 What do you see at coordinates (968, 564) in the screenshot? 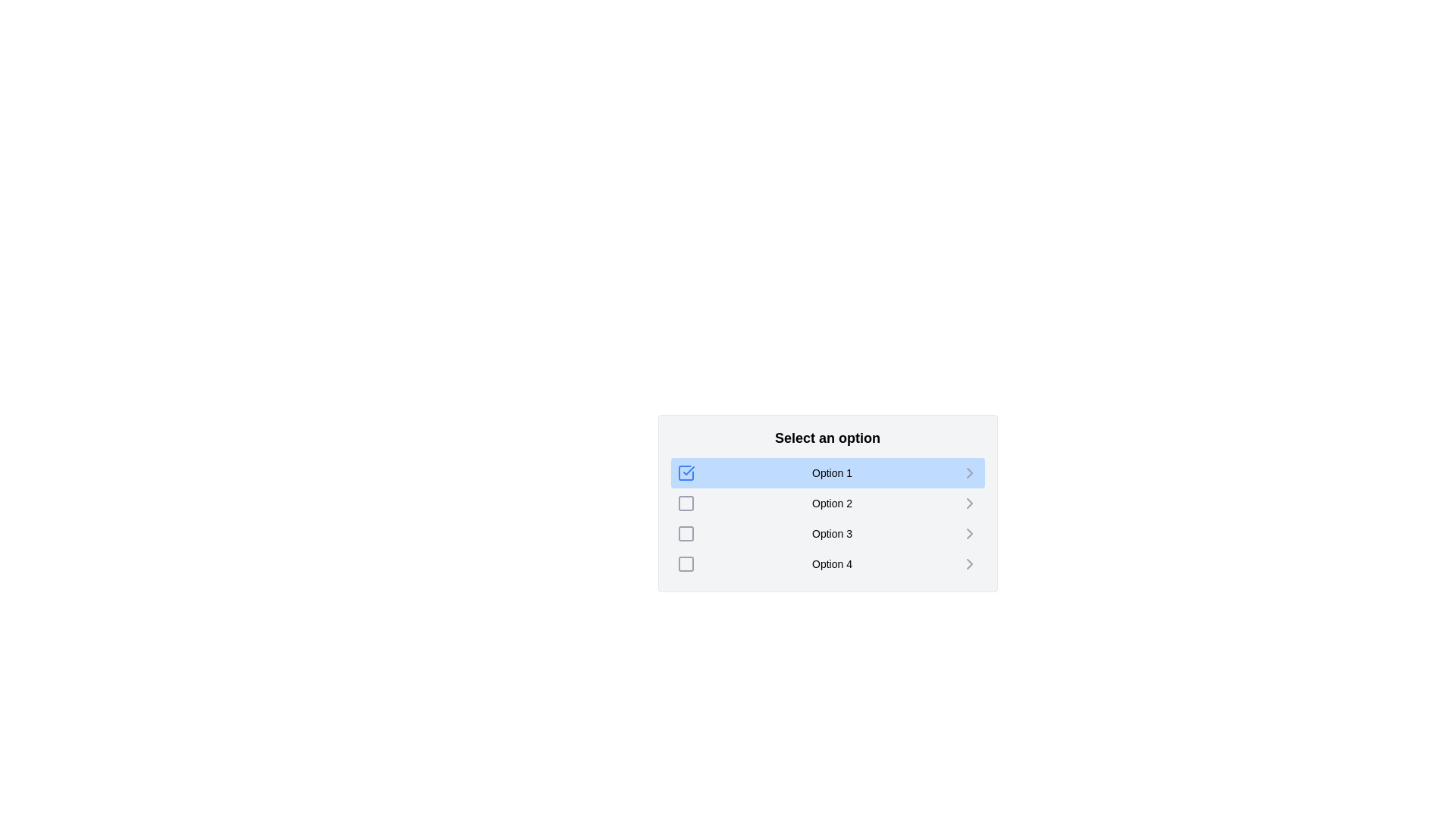
I see `the small rightward-pointing chevron icon located at the far-right edge of 'Option 4'` at bounding box center [968, 564].